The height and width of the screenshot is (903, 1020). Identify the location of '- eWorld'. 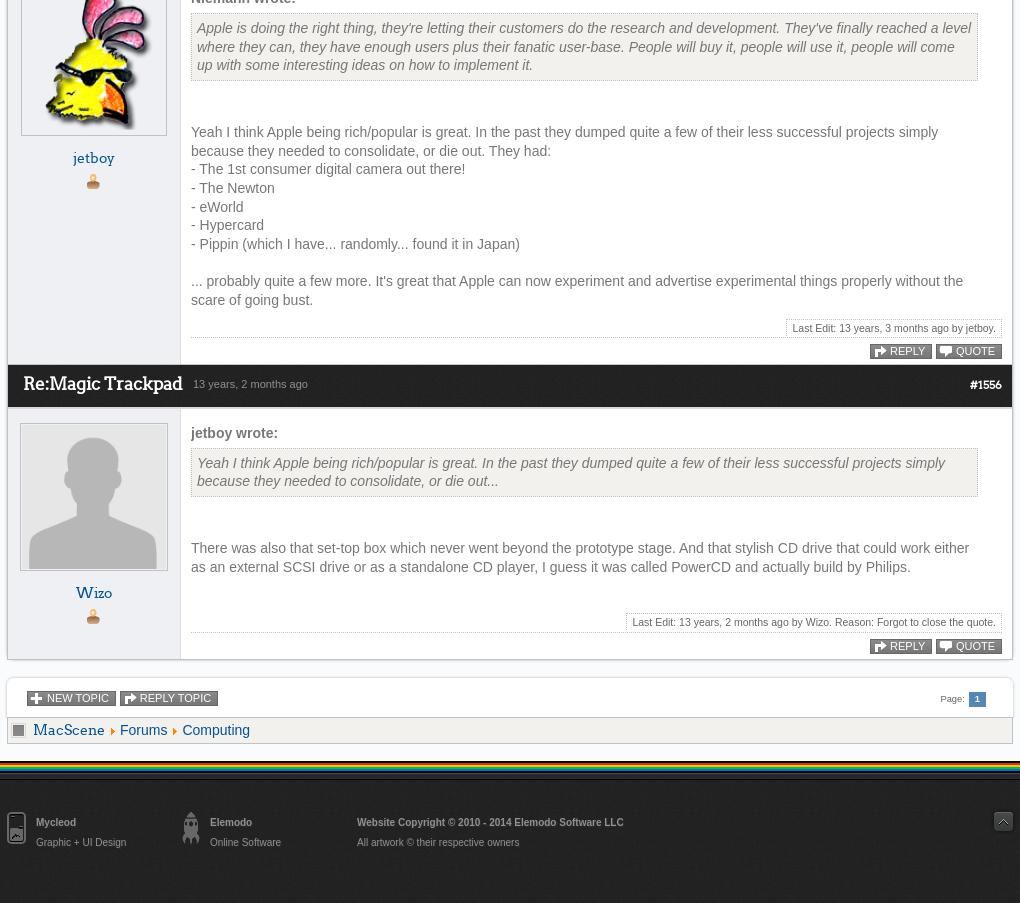
(190, 205).